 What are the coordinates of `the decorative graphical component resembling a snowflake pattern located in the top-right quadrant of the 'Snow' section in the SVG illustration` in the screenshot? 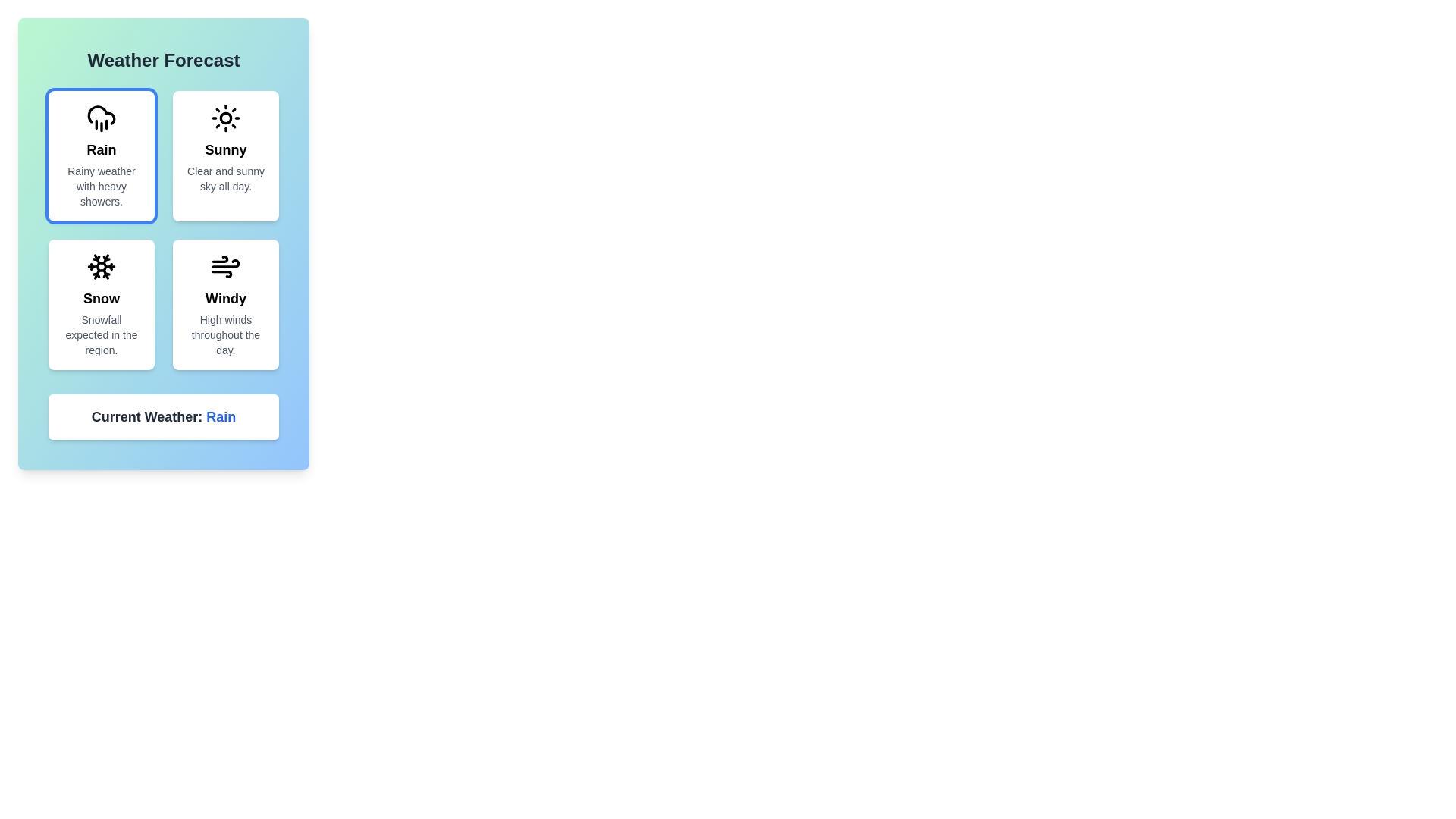 It's located at (105, 260).